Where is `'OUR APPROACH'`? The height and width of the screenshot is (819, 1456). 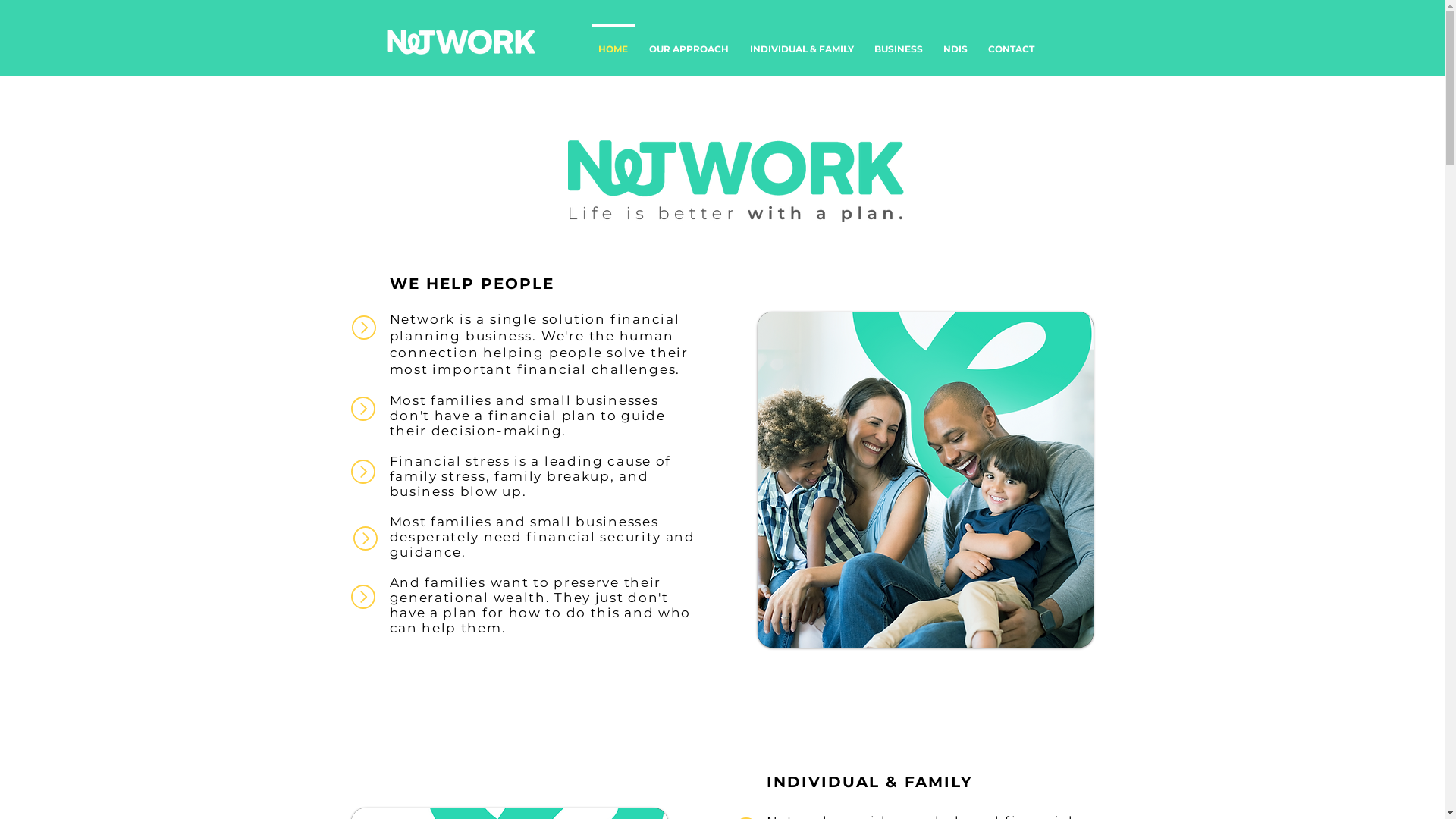
'OUR APPROACH' is located at coordinates (688, 42).